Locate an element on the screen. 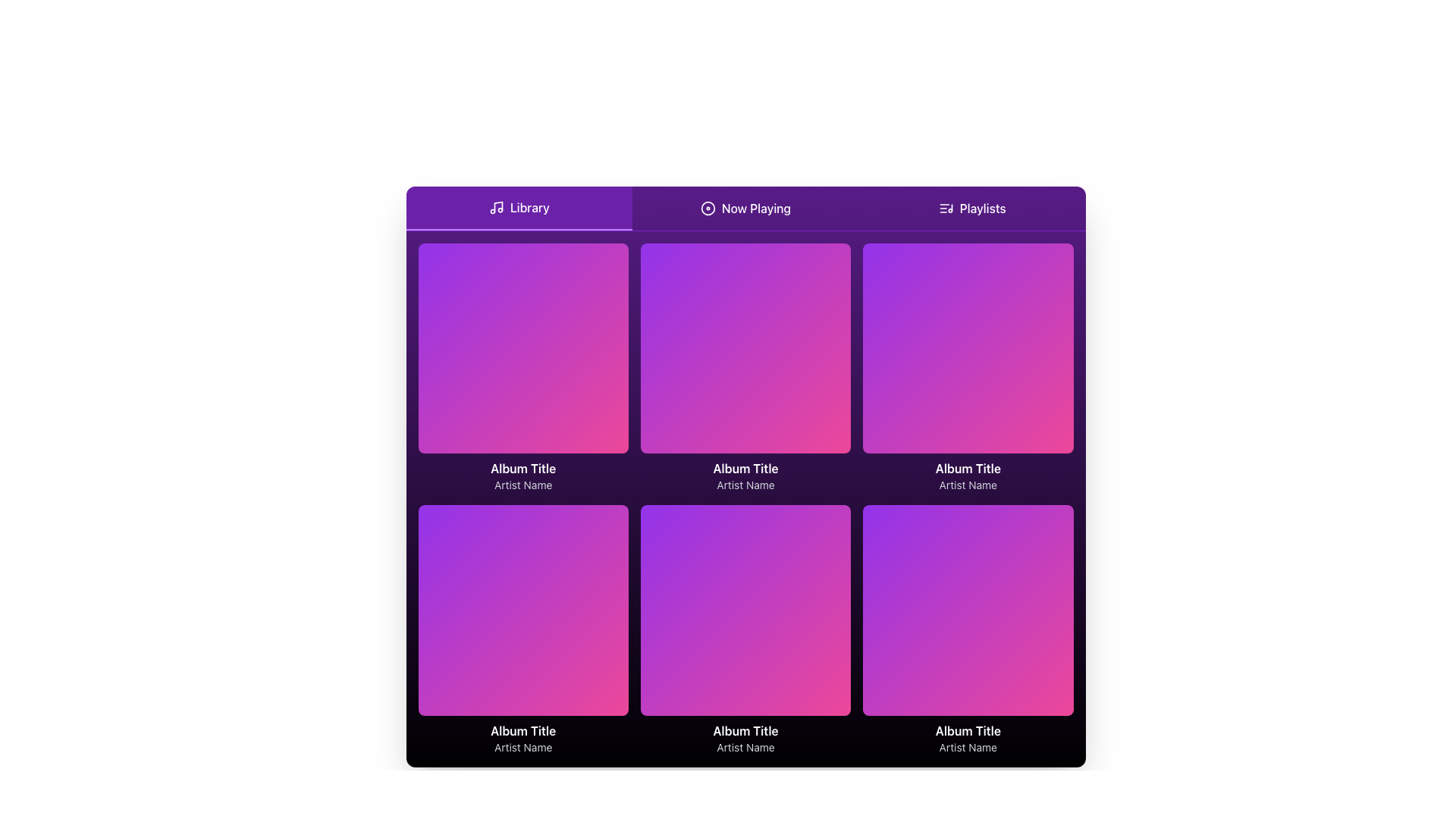  the static text element labeled 'Album Title', which is located in the bottom right cell of a 3x2 grid layout is located at coordinates (967, 730).